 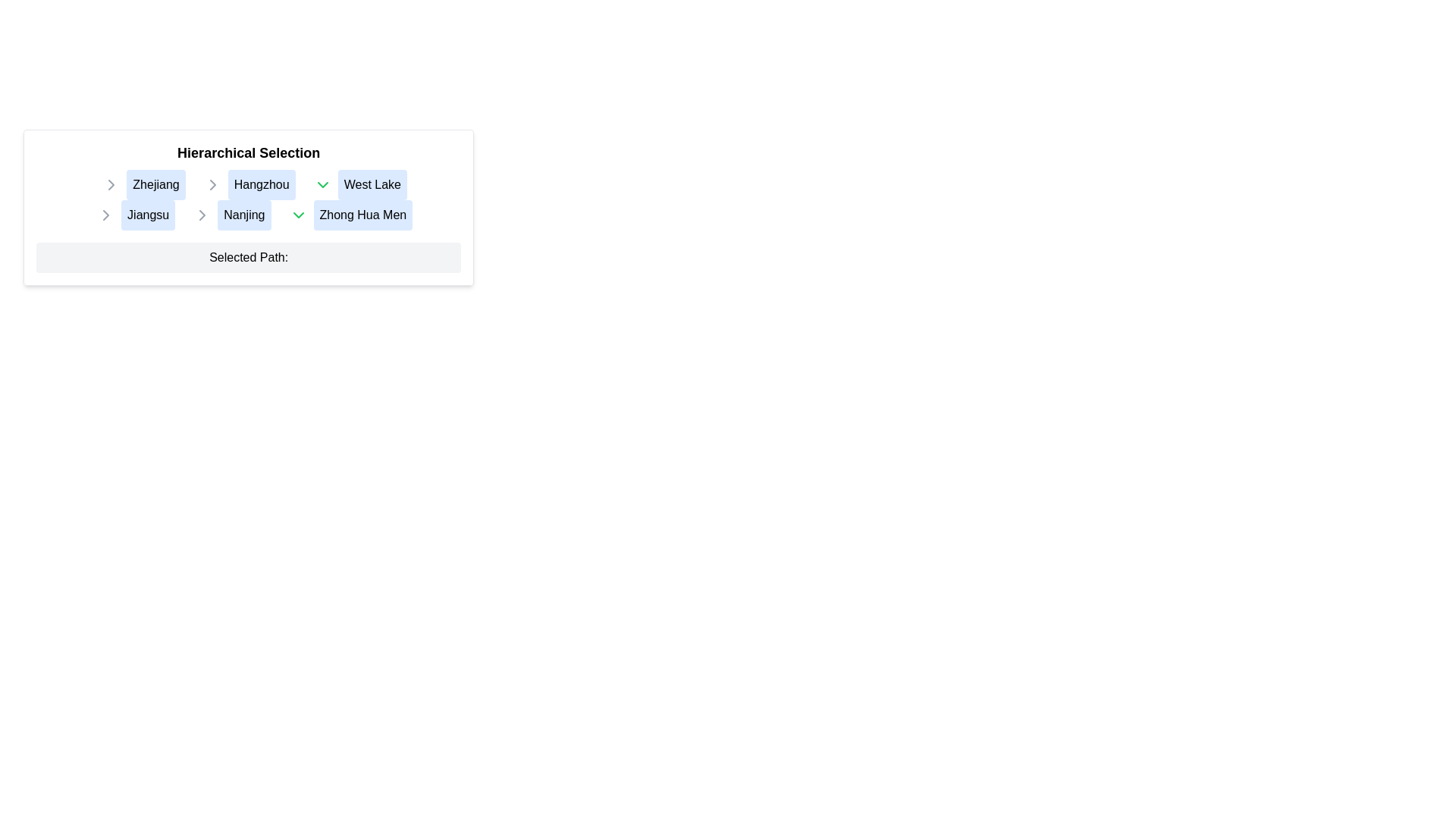 I want to click on the interactive button, so click(x=262, y=184).